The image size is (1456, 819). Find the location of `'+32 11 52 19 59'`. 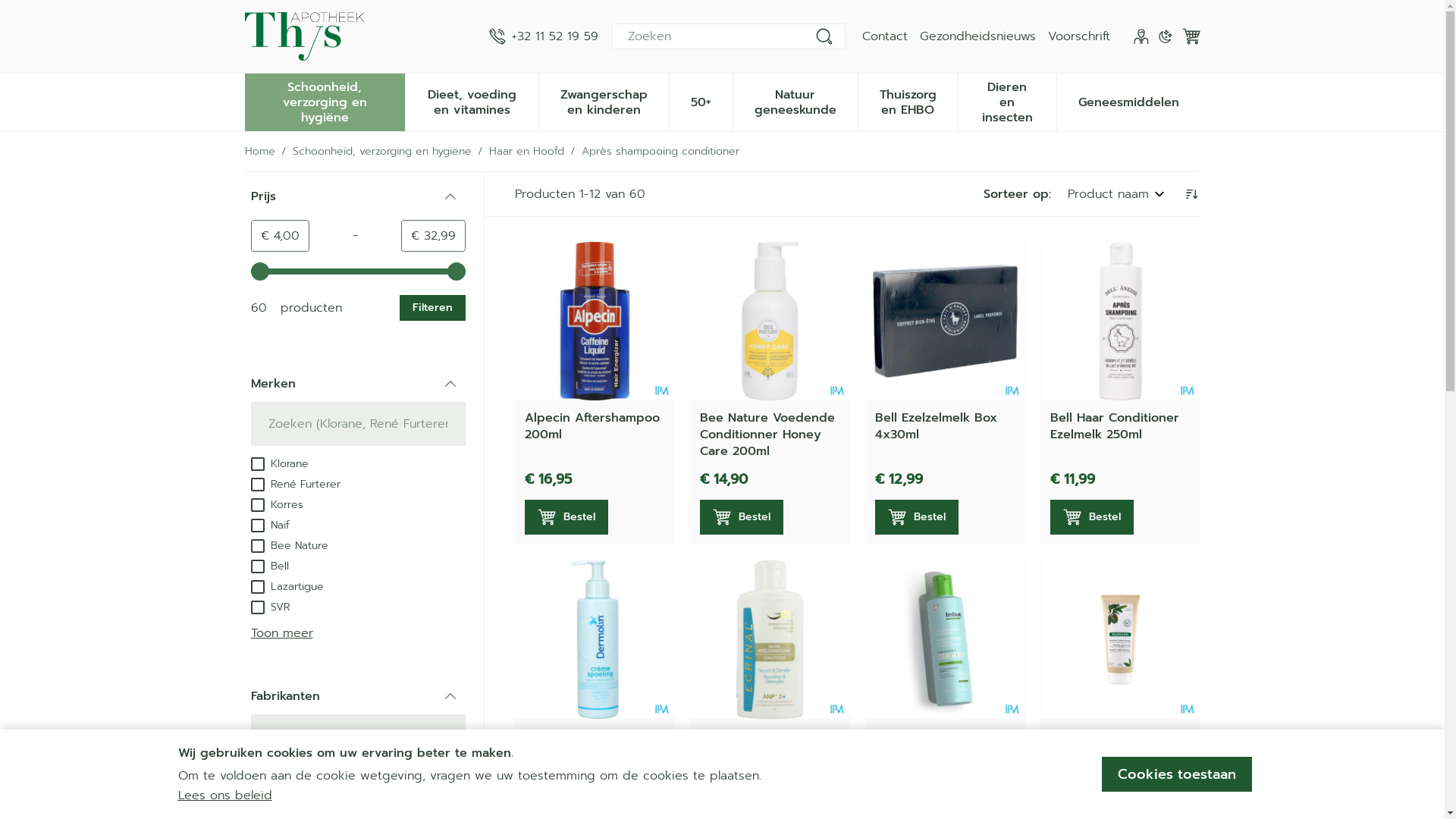

'+32 11 52 19 59' is located at coordinates (542, 35).